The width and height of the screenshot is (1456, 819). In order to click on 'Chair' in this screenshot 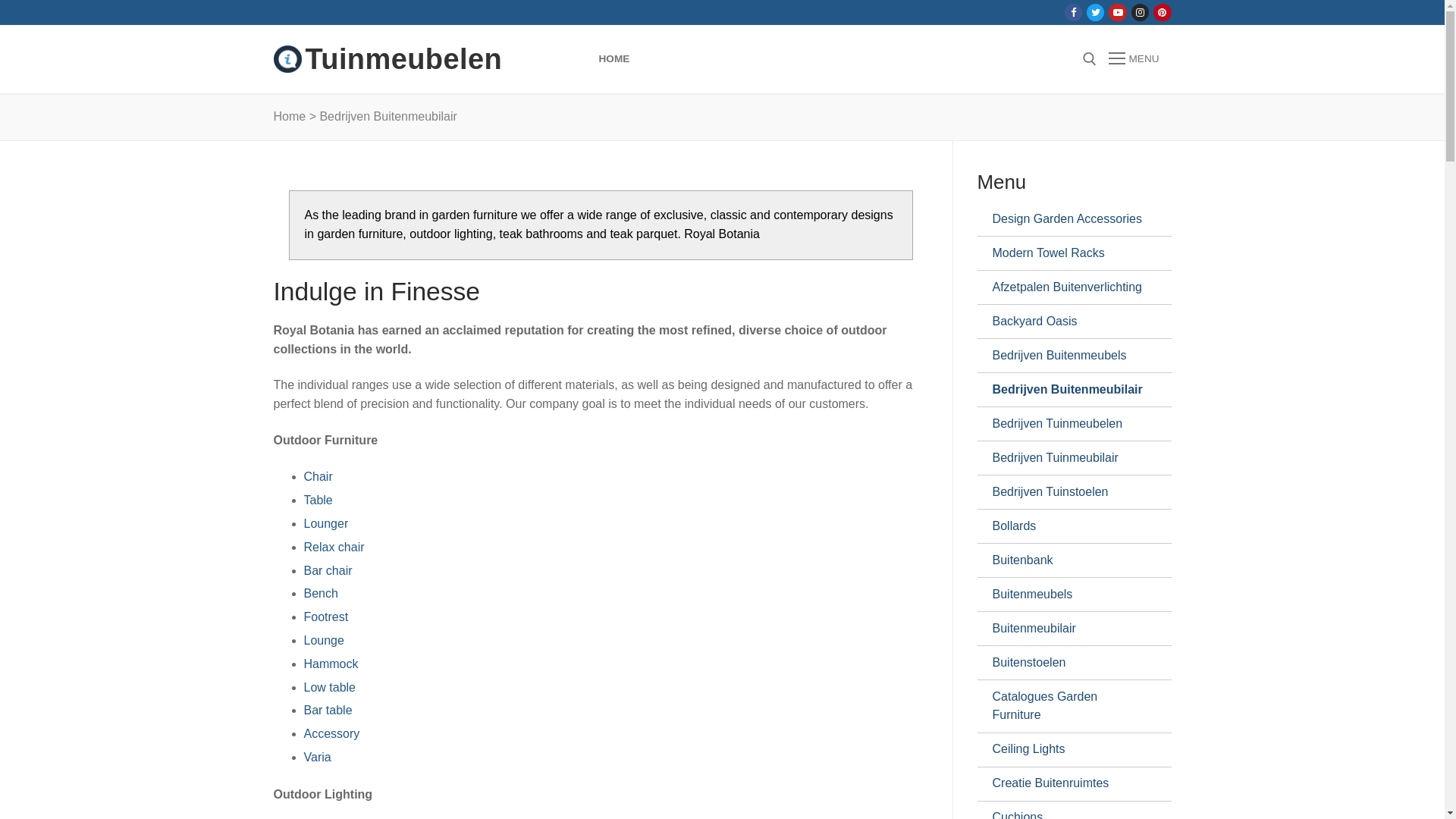, I will do `click(316, 475)`.